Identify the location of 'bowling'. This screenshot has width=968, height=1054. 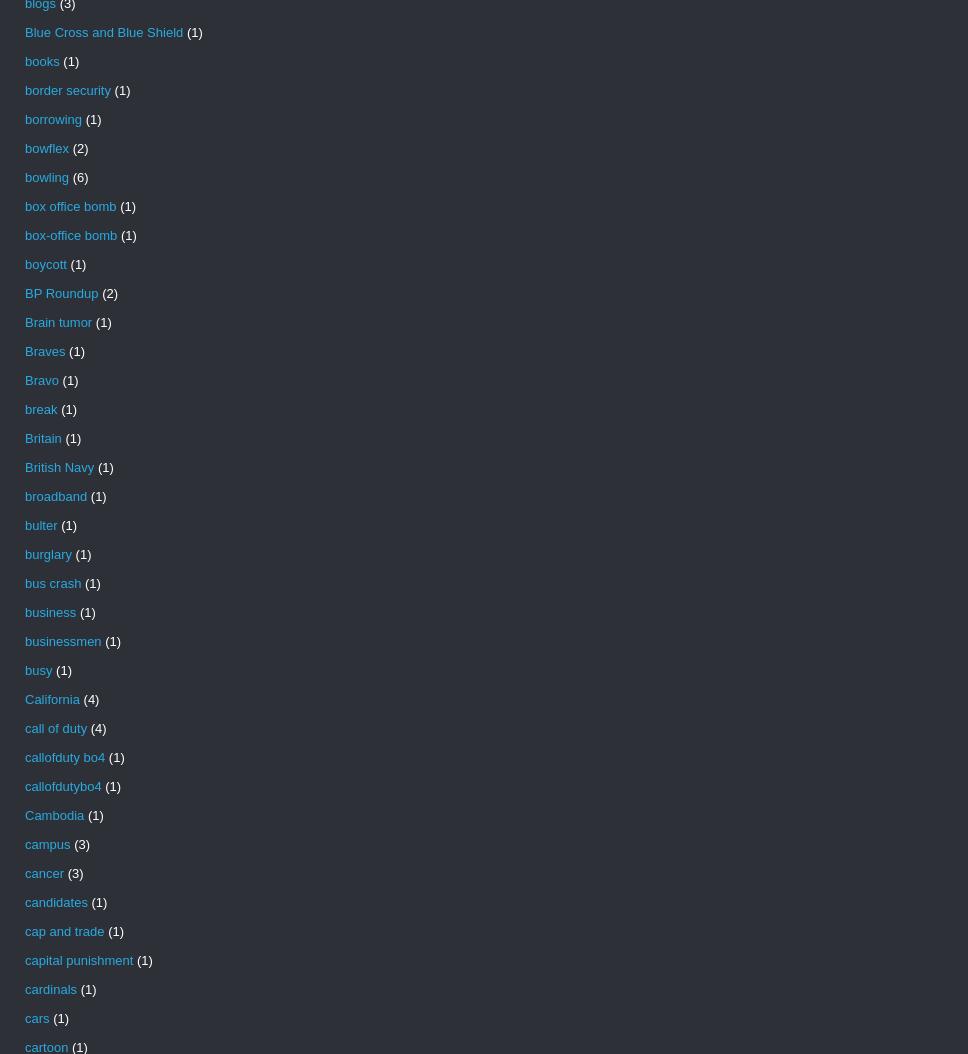
(46, 176).